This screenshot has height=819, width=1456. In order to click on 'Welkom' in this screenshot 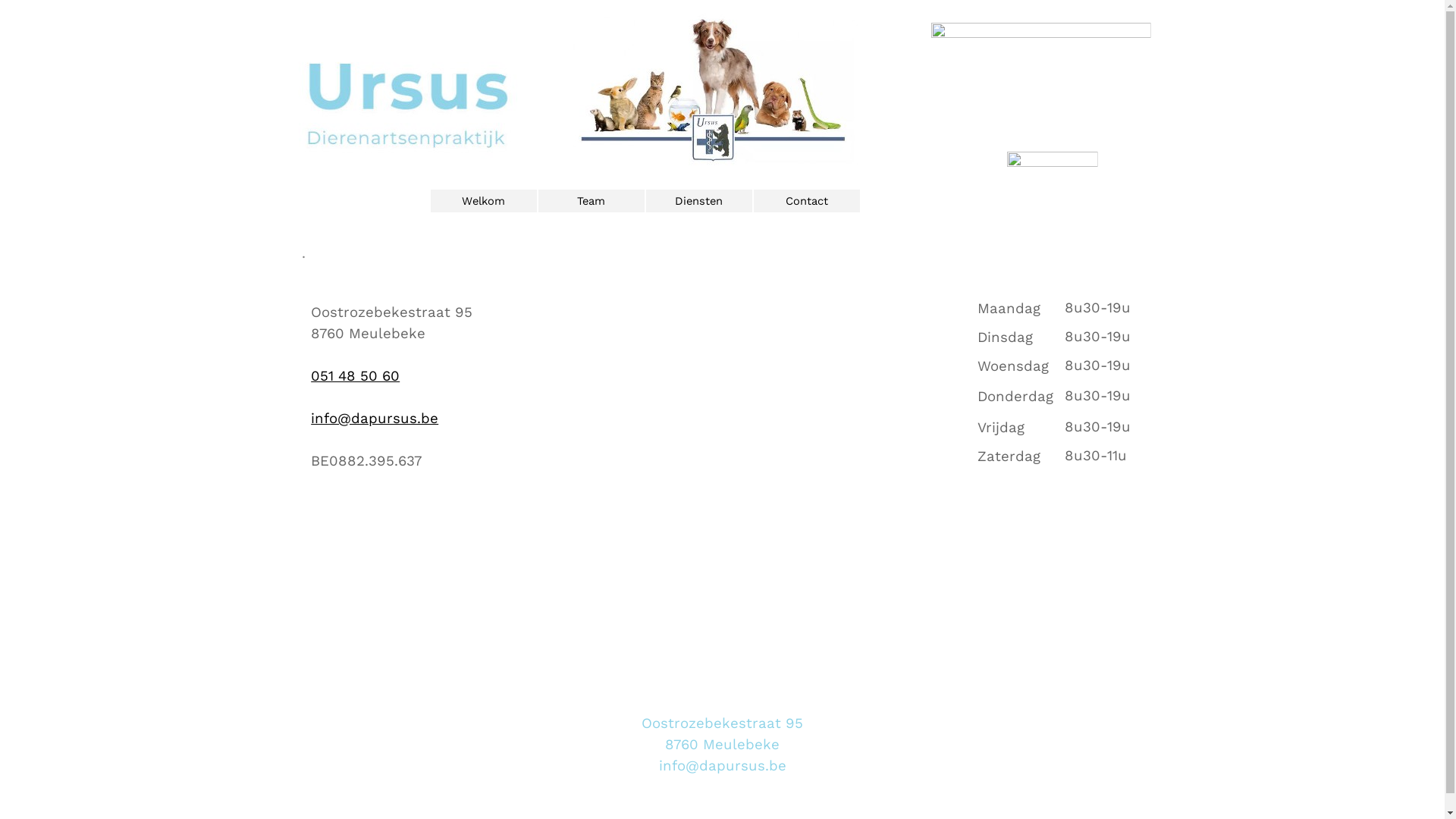, I will do `click(482, 200)`.